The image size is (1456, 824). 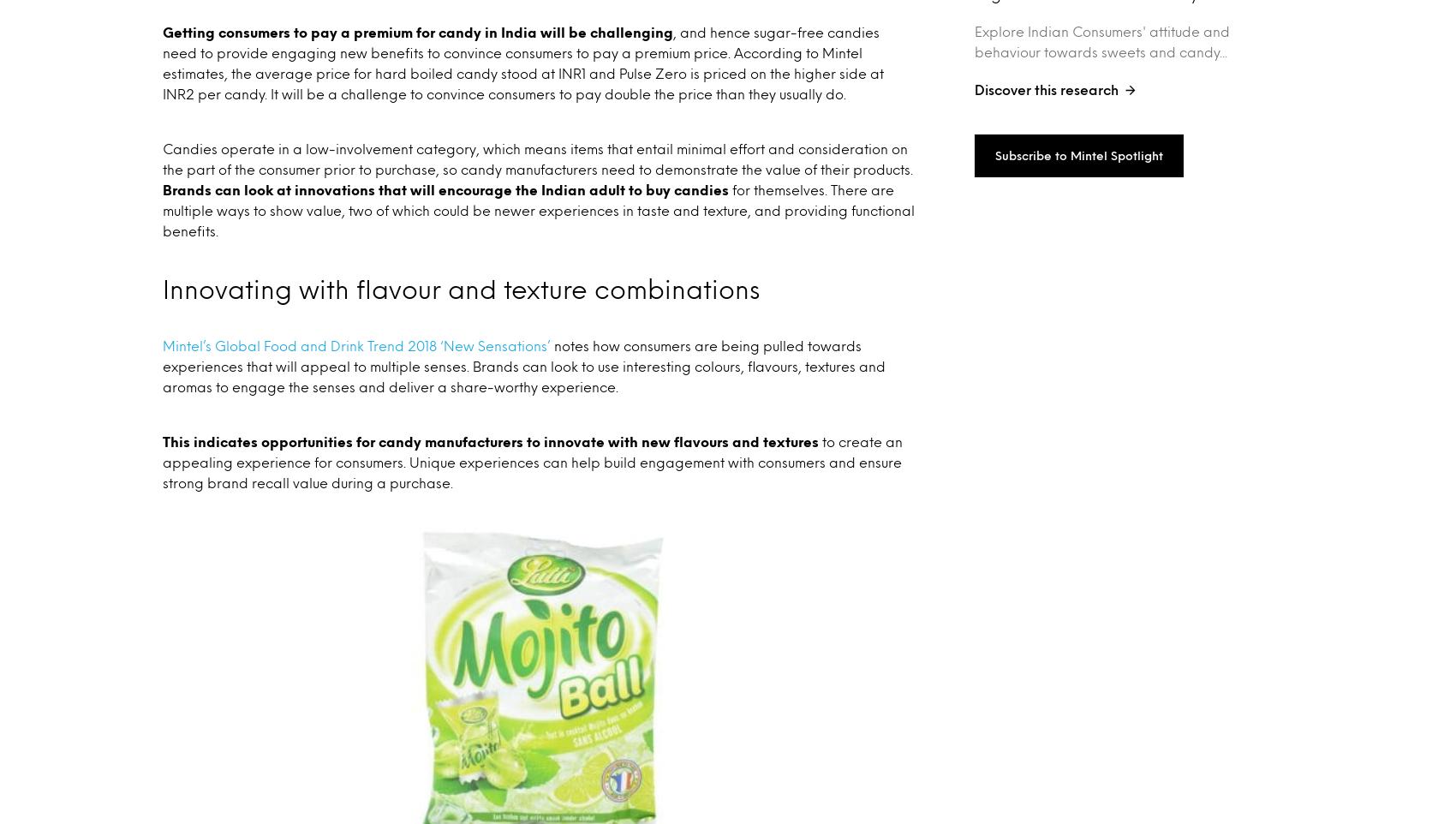 What do you see at coordinates (1167, 642) in the screenshot?
I see `'Privacy Policy'` at bounding box center [1167, 642].